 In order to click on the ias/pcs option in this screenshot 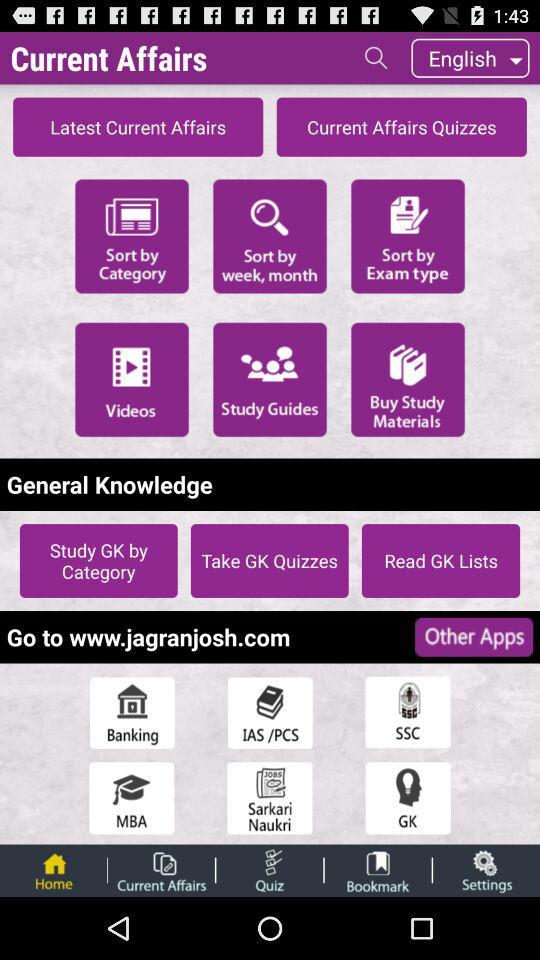, I will do `click(270, 712)`.